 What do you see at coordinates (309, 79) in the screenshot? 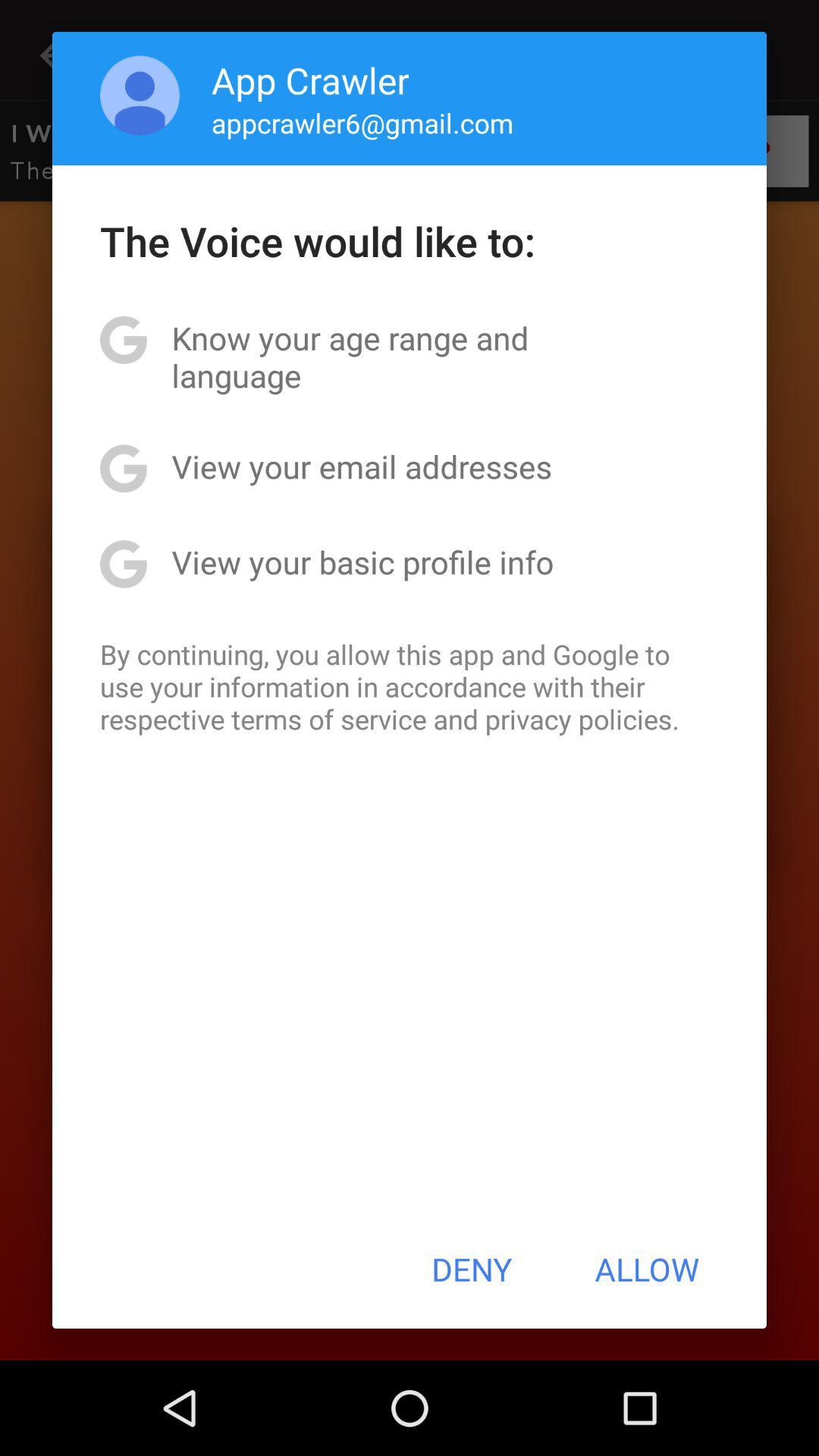
I see `the app crawler app` at bounding box center [309, 79].